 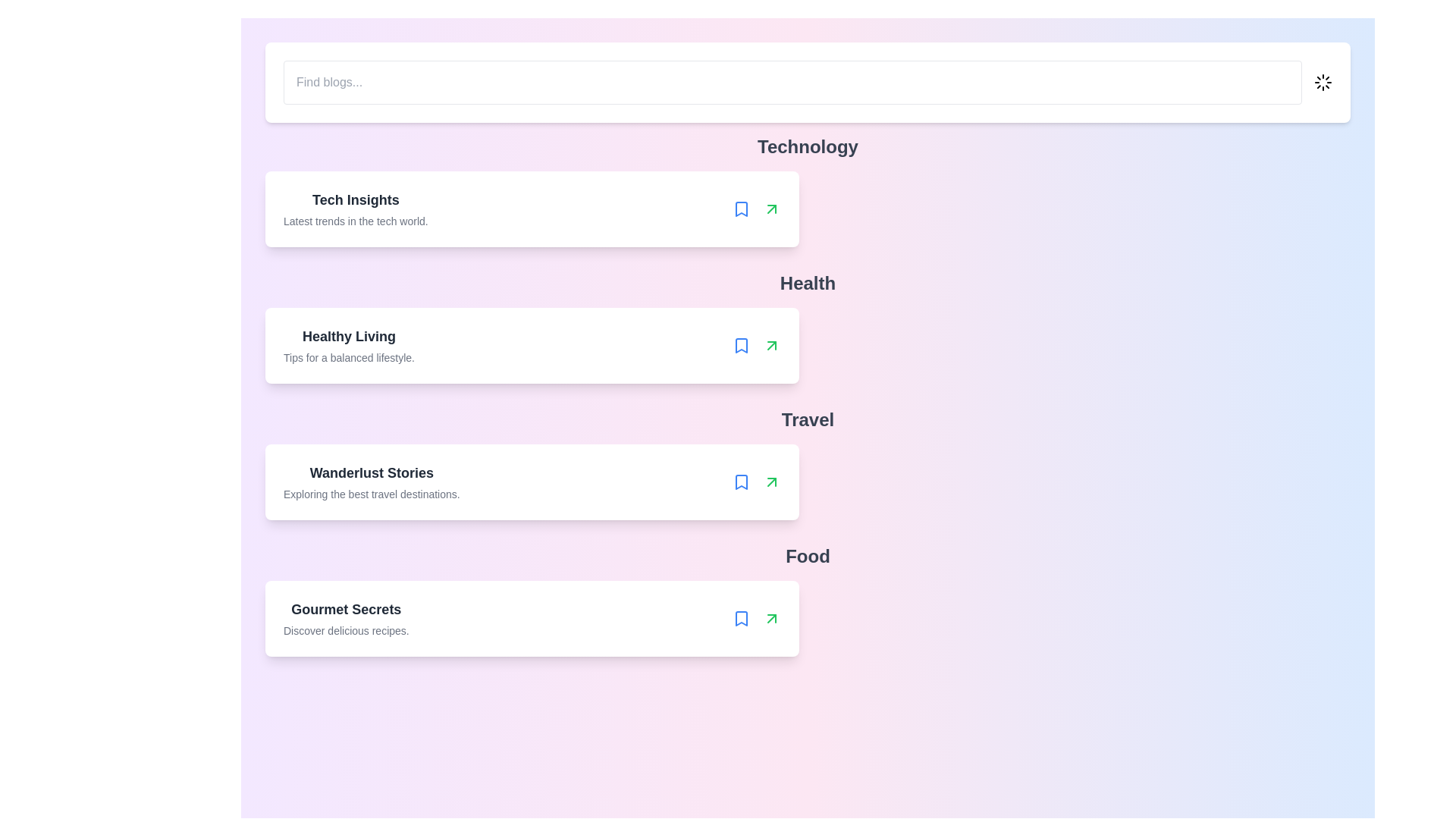 What do you see at coordinates (355, 209) in the screenshot?
I see `the header and description Text block of the 'Tech Insights' section` at bounding box center [355, 209].